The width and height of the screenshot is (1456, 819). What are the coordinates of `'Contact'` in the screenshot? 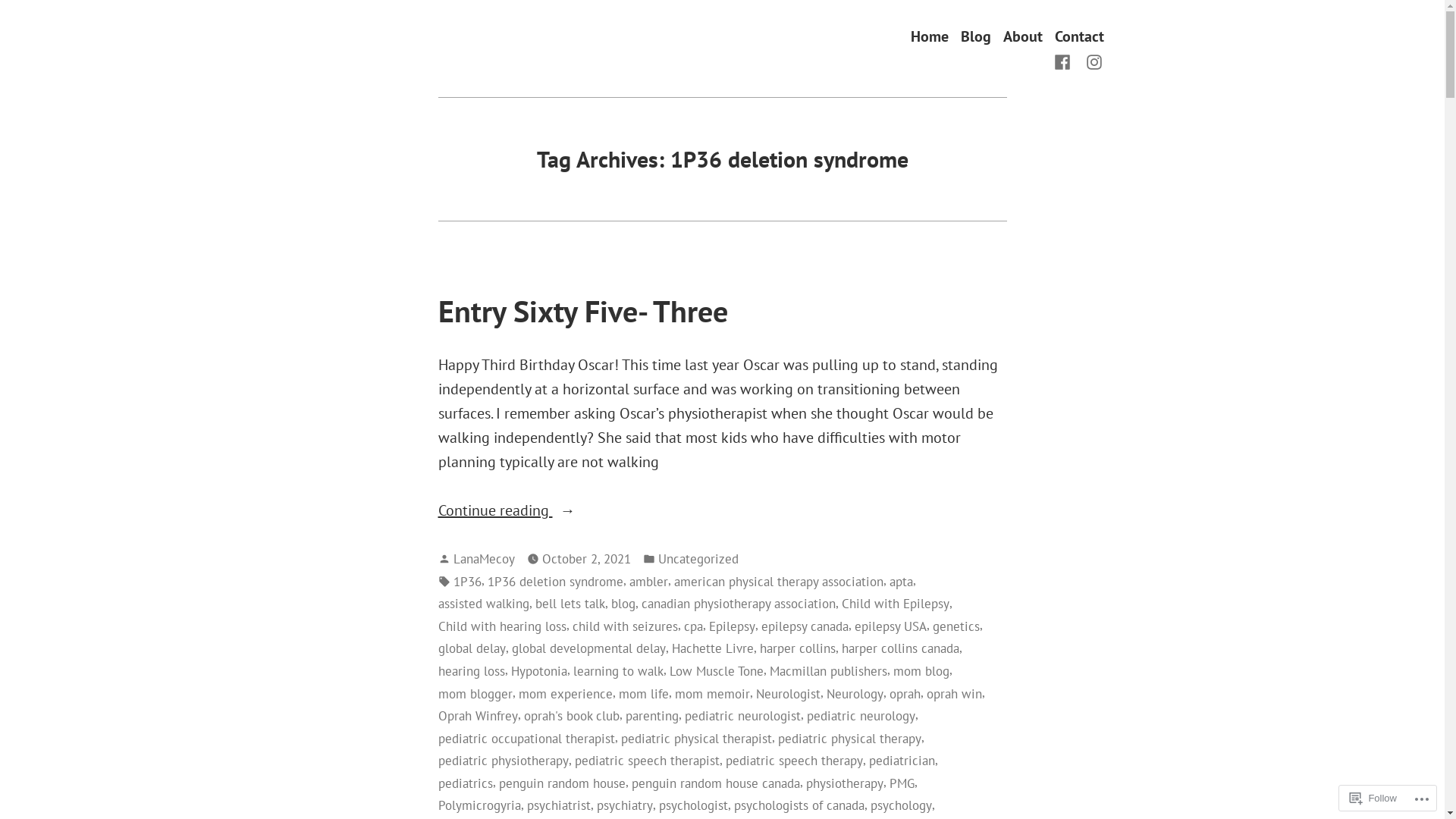 It's located at (1078, 35).